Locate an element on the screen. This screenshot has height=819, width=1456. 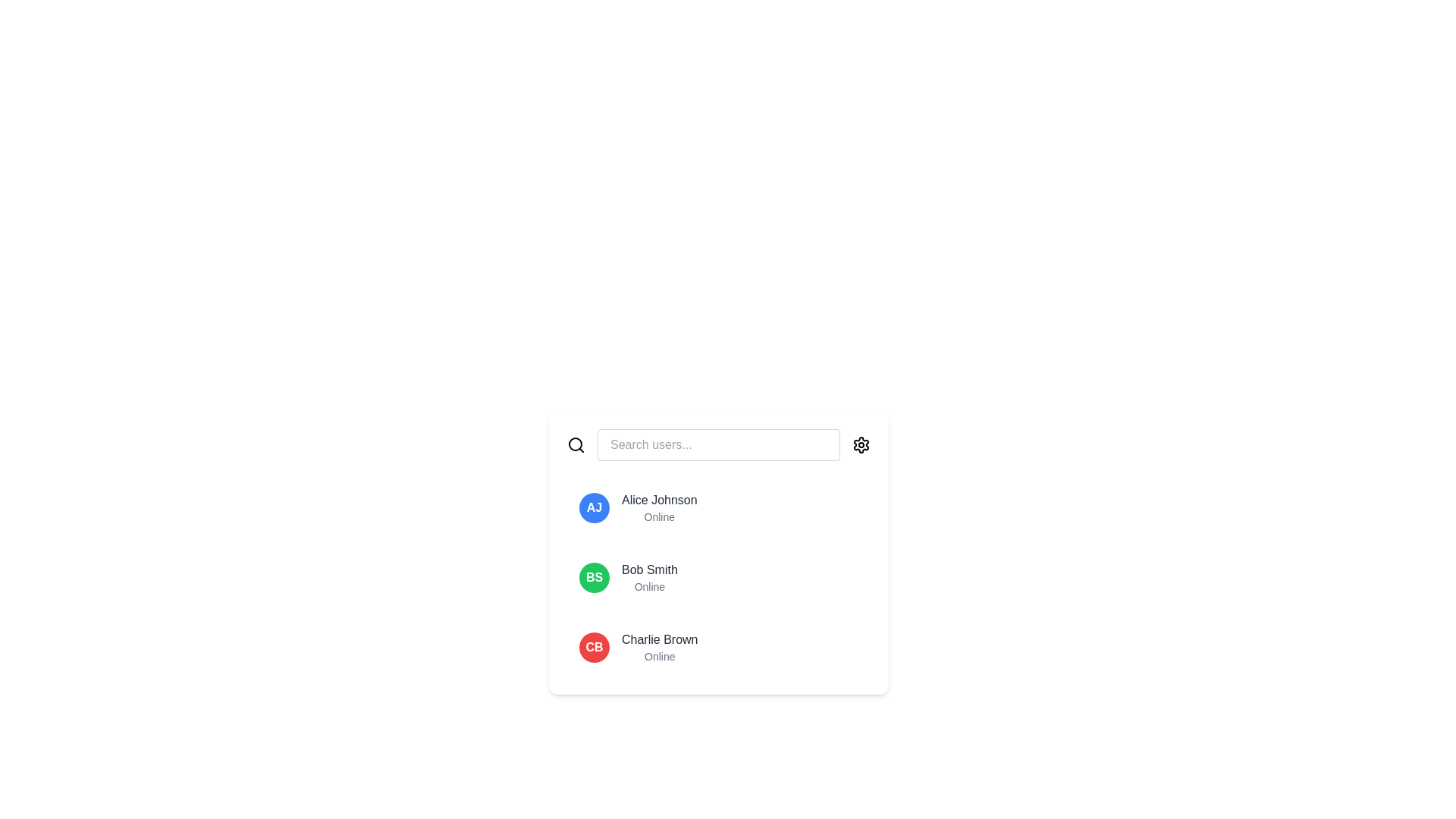
the text label displaying 'Online' in small gray font, which is positioned directly below 'Alice Johnson' in the user list is located at coordinates (659, 516).